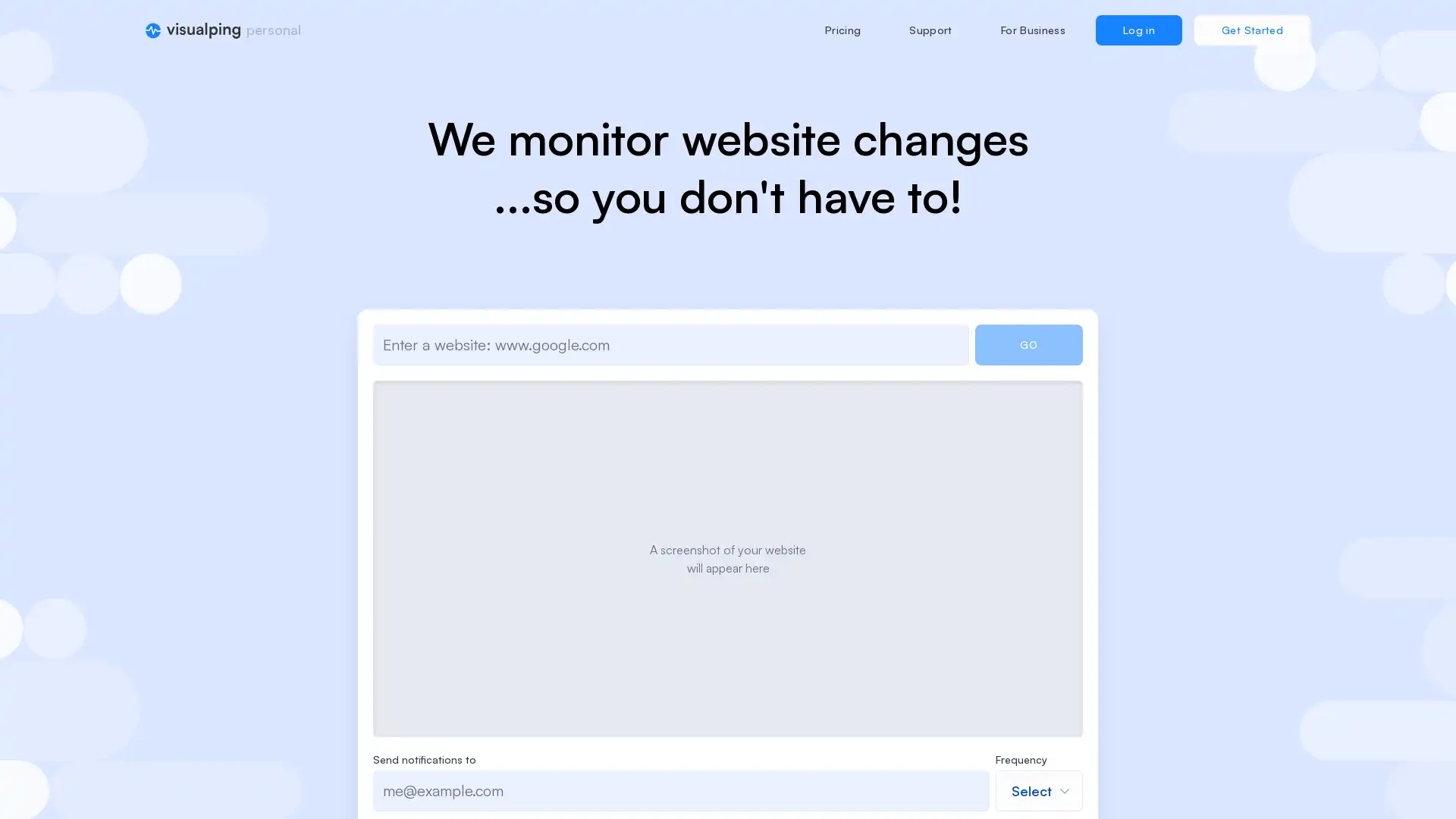 The height and width of the screenshot is (819, 1456). Describe the element at coordinates (930, 30) in the screenshot. I see `Support` at that location.